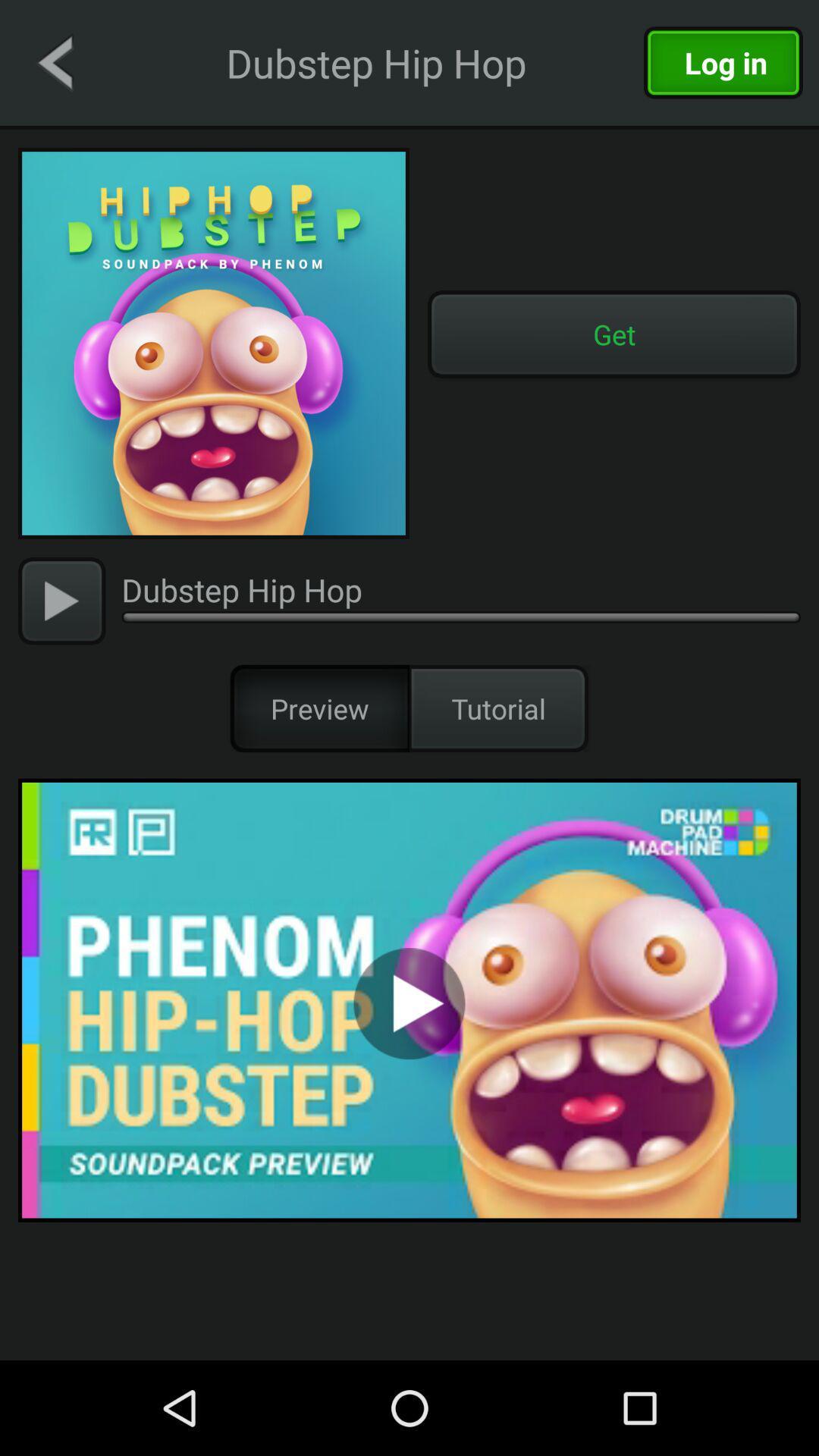 The image size is (819, 1456). What do you see at coordinates (318, 708) in the screenshot?
I see `the preview` at bounding box center [318, 708].